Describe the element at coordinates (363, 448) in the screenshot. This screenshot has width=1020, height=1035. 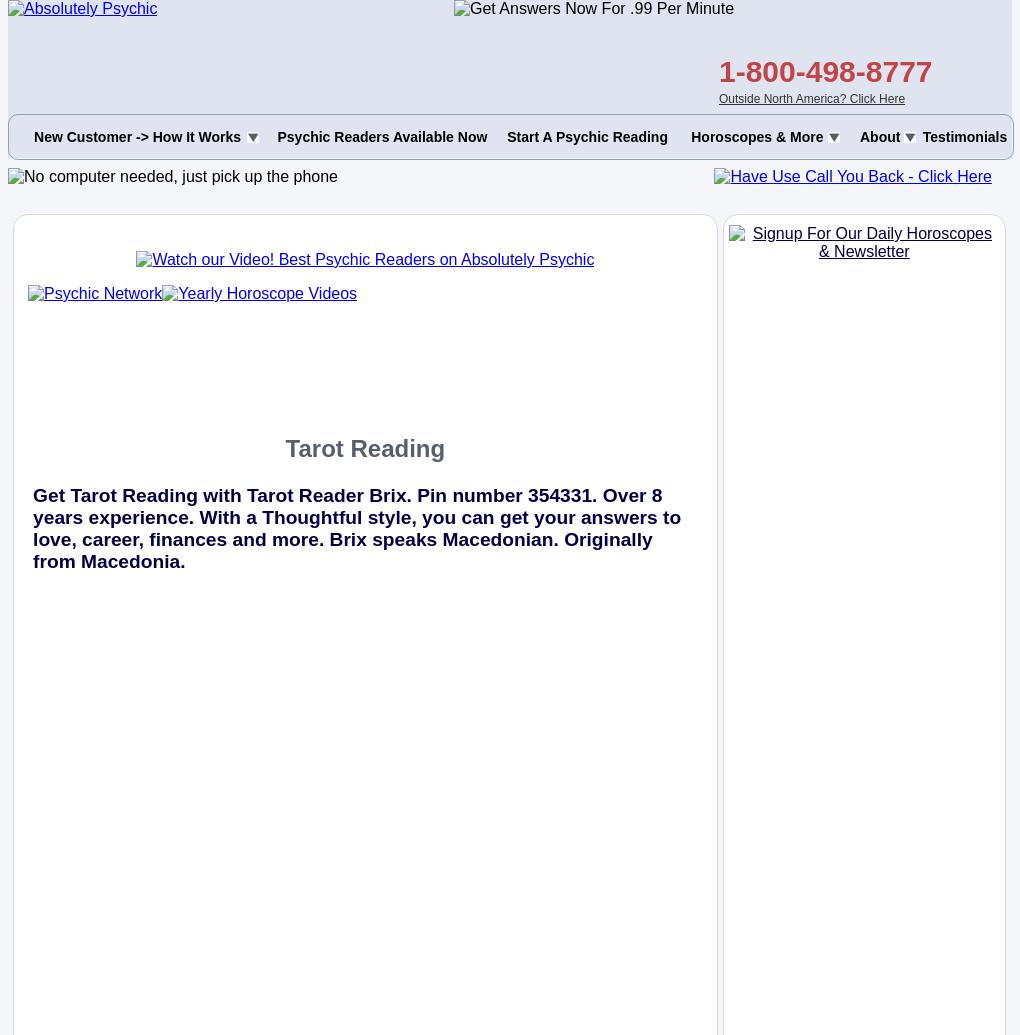
I see `'Tarot Reading'` at that location.